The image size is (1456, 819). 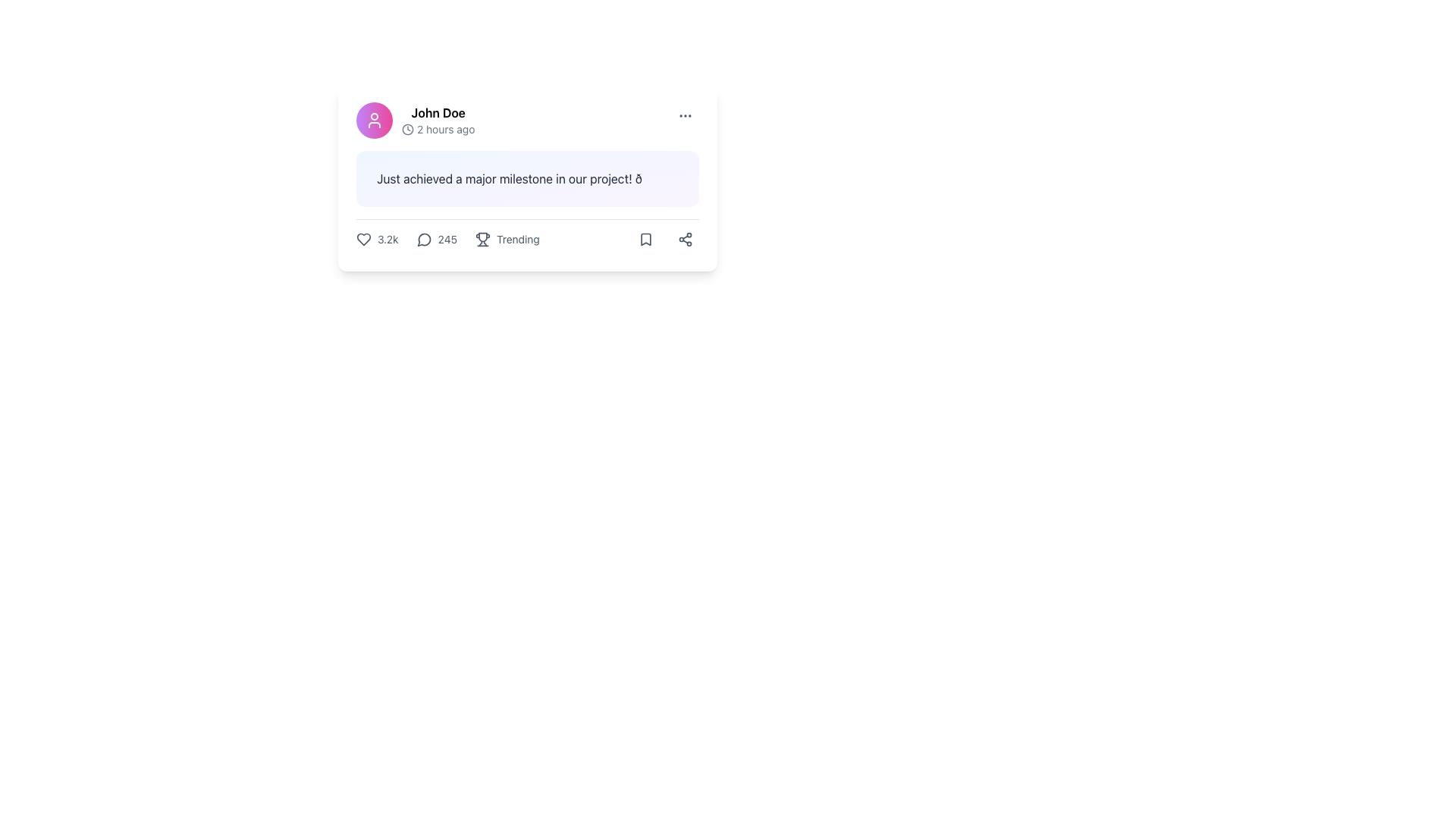 I want to click on the 'John Doe' label, which is a bold text label located above the '2 hours ago' timestamp and adjacent to a pink circular avatar icon, so click(x=437, y=112).